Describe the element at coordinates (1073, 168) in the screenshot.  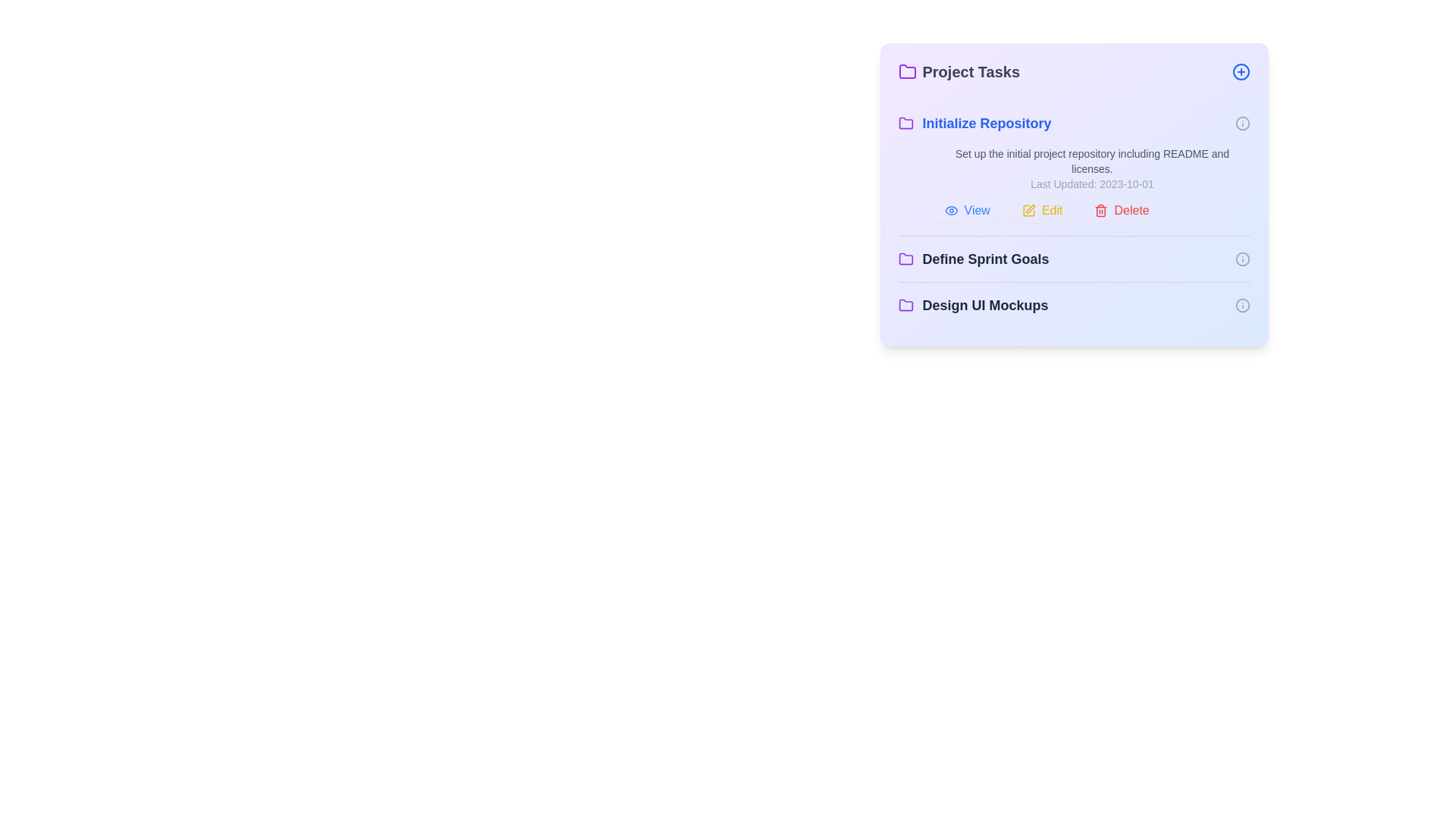
I see `the 'Edit' link in the Information block for modifying the repository setup details, which is the first task entry in the 'Project Tasks' list` at that location.